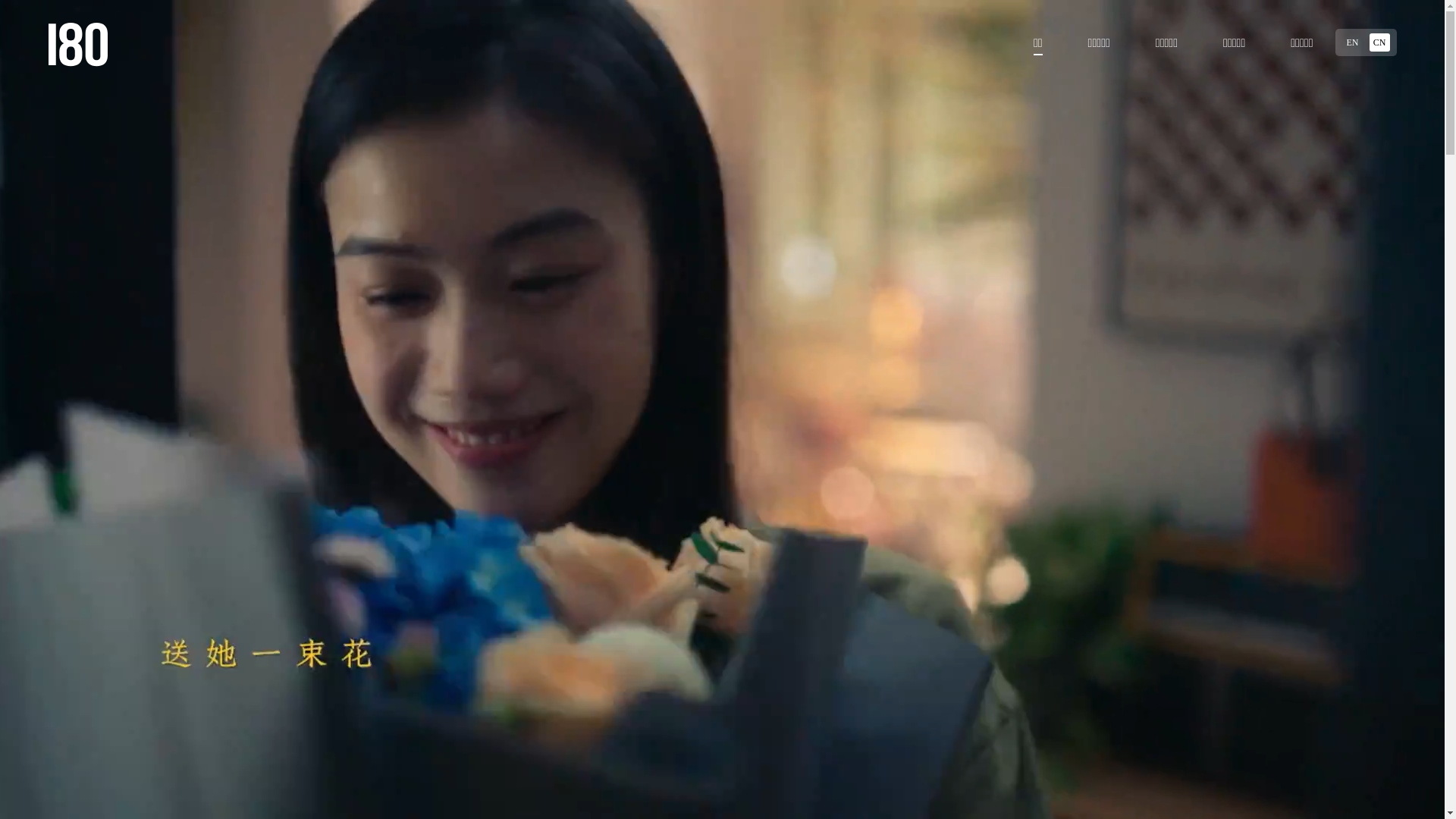 Image resolution: width=1456 pixels, height=819 pixels. What do you see at coordinates (1351, 42) in the screenshot?
I see `'EN'` at bounding box center [1351, 42].